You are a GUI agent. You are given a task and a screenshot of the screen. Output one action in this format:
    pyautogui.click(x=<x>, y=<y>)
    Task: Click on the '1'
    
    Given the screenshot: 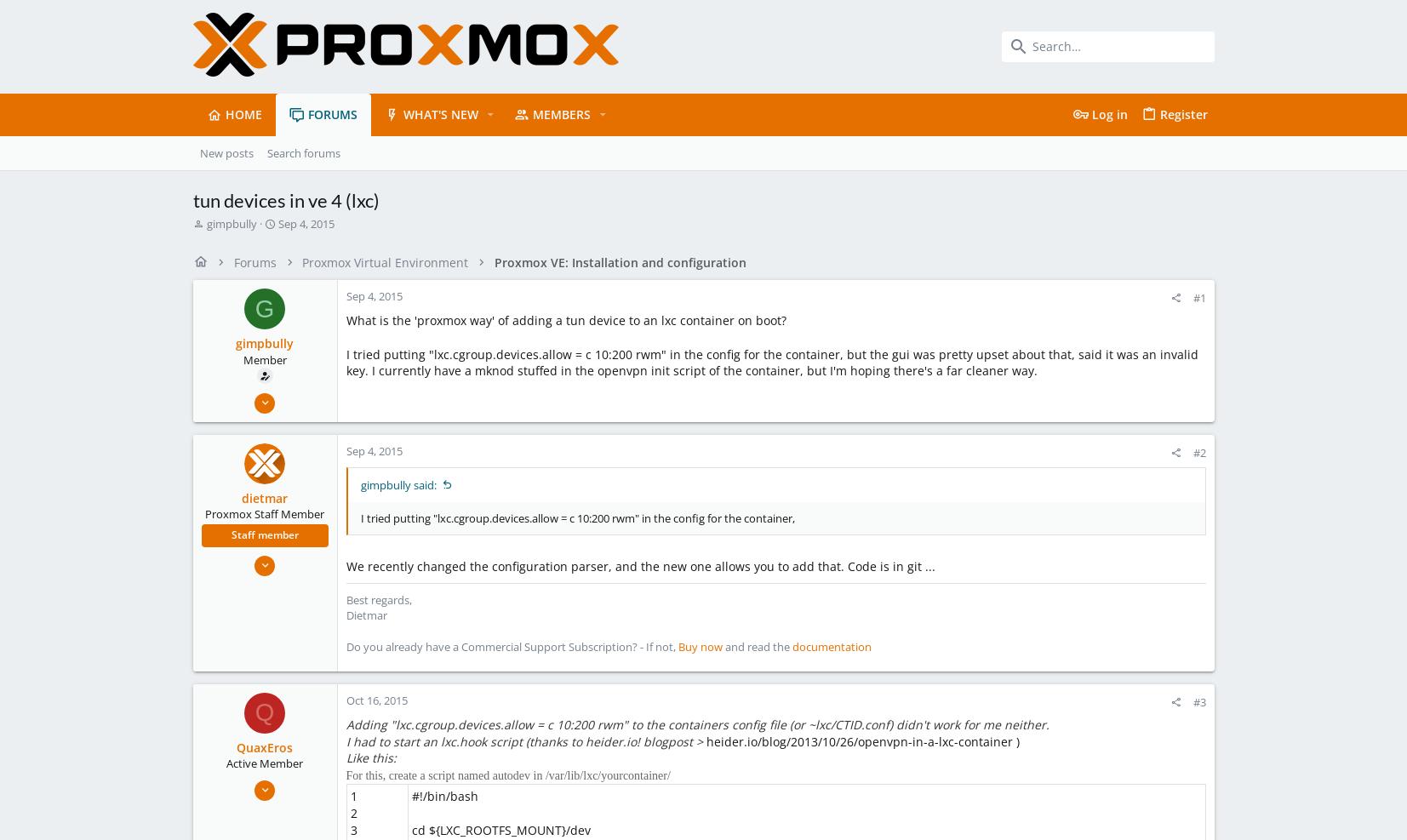 What is the action you would take?
    pyautogui.click(x=352, y=796)
    